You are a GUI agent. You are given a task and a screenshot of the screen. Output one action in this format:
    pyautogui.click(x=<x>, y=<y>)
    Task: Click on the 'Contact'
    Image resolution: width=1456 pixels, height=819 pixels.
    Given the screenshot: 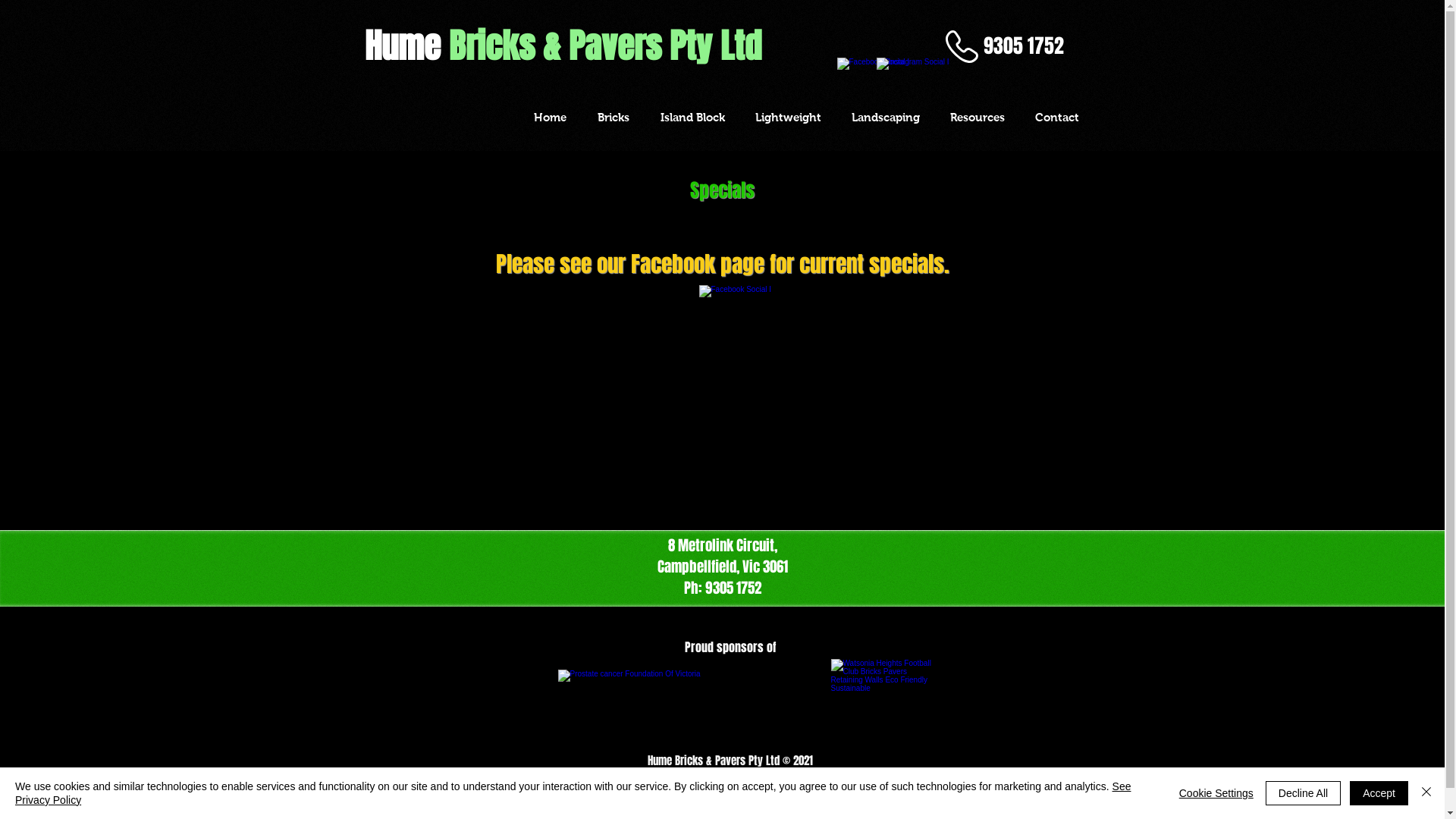 What is the action you would take?
    pyautogui.click(x=1055, y=116)
    